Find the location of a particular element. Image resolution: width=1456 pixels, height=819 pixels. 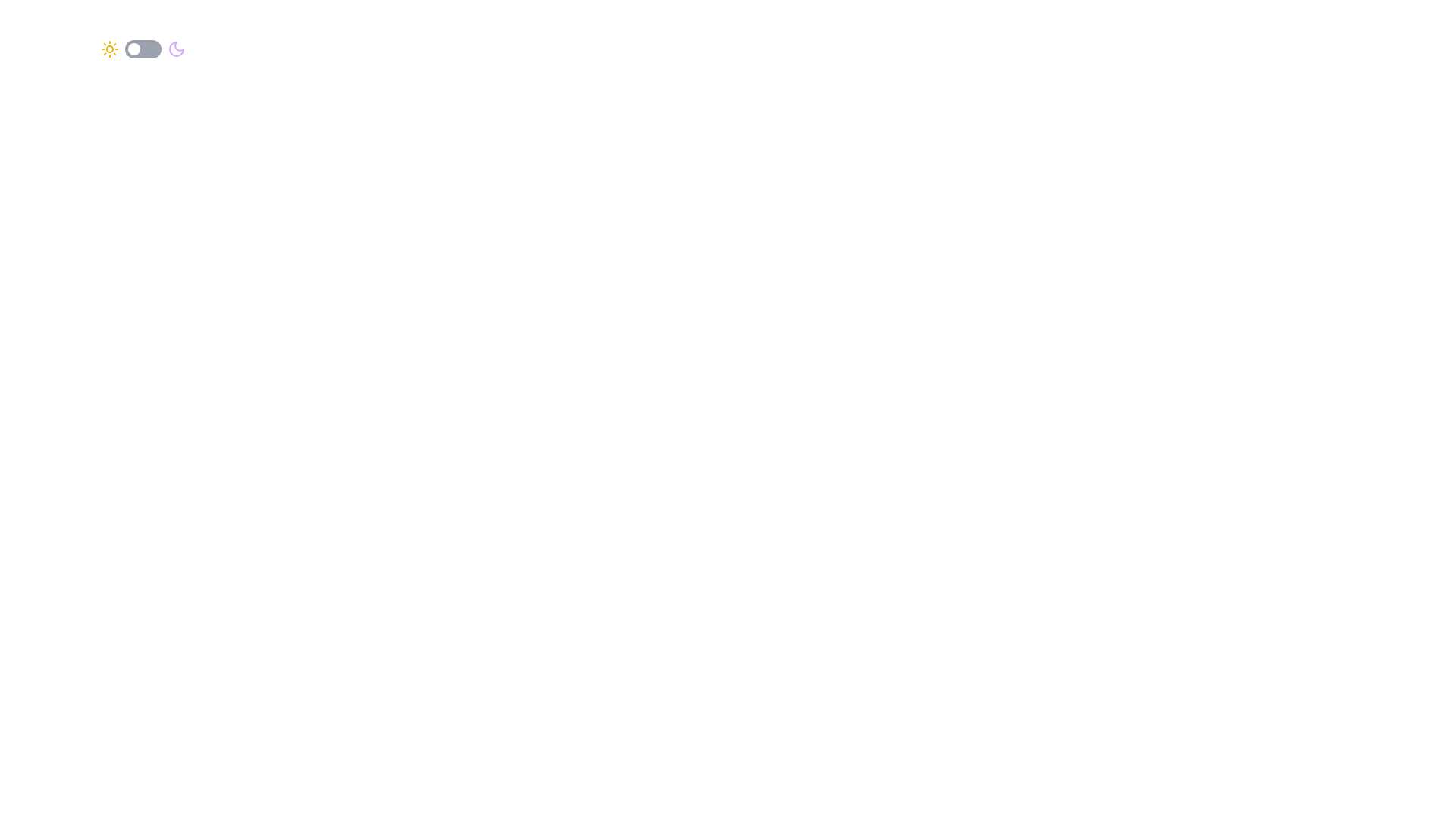

the Toggle Handle, which indicates the inactive state of the toggle switch and allows user interaction is located at coordinates (134, 49).